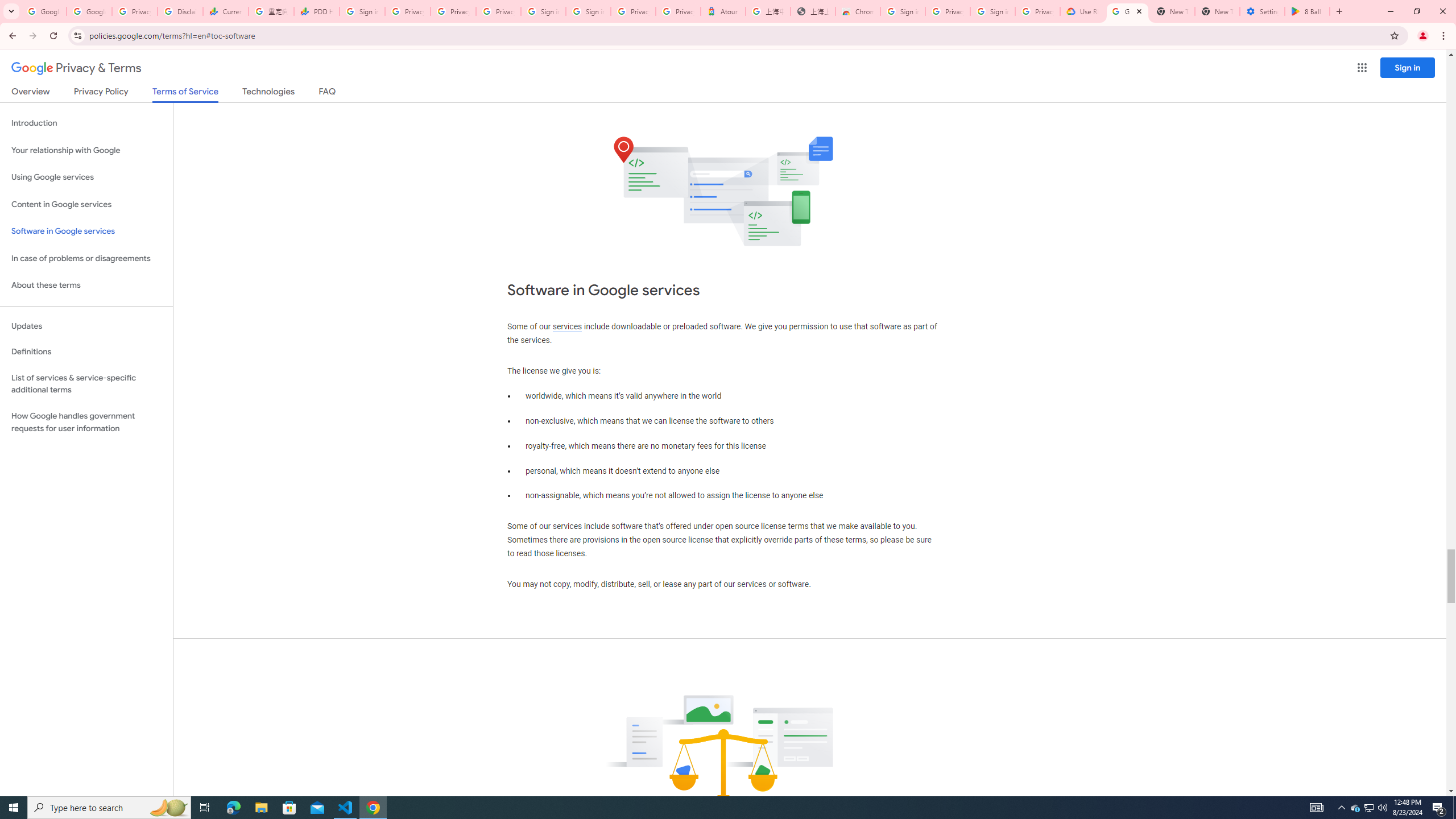 The height and width of the screenshot is (819, 1456). I want to click on 'About these terms', so click(86, 285).